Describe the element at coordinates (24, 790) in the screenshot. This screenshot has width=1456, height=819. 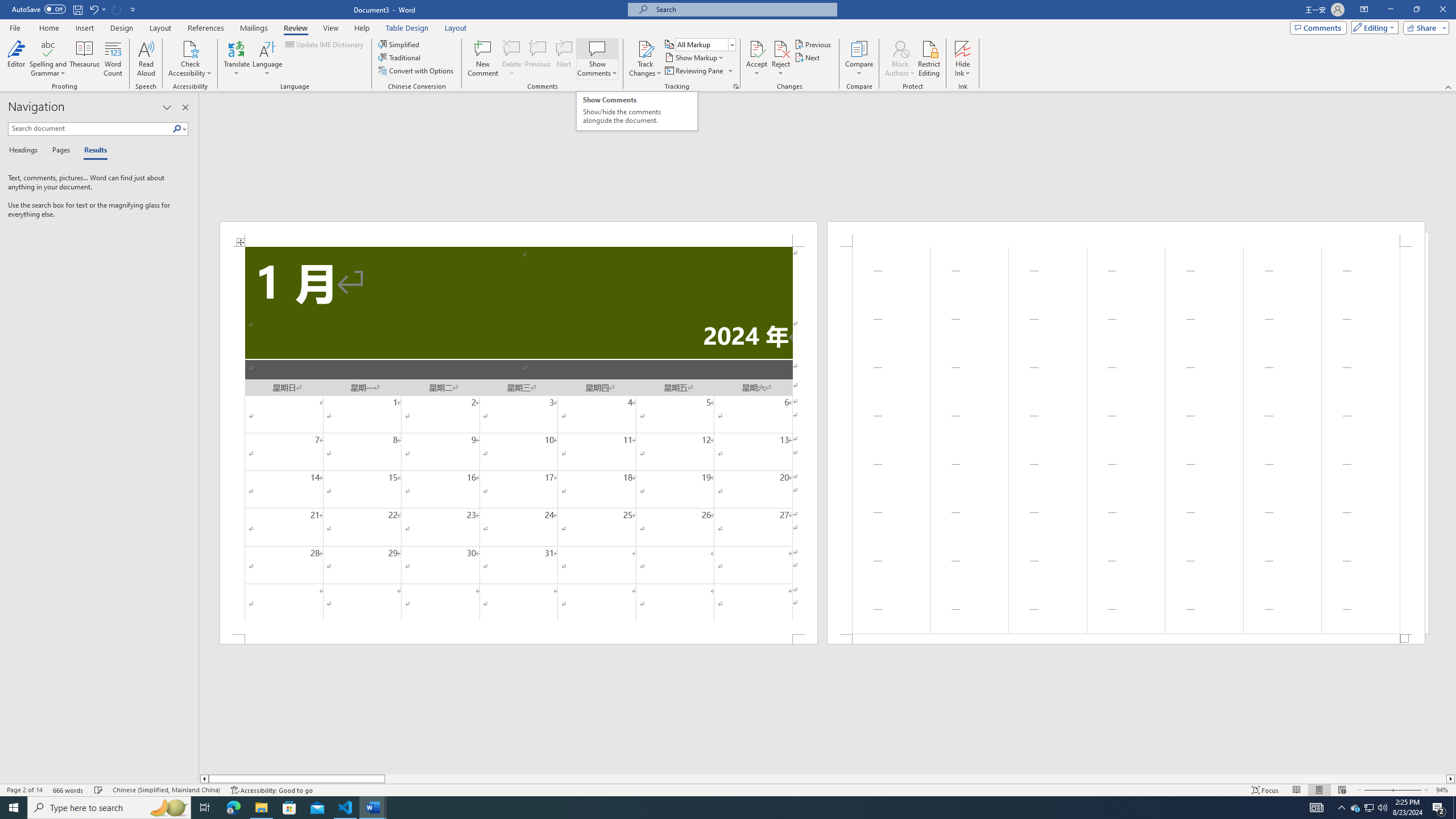
I see `'Page Number Page 2 of 14'` at that location.